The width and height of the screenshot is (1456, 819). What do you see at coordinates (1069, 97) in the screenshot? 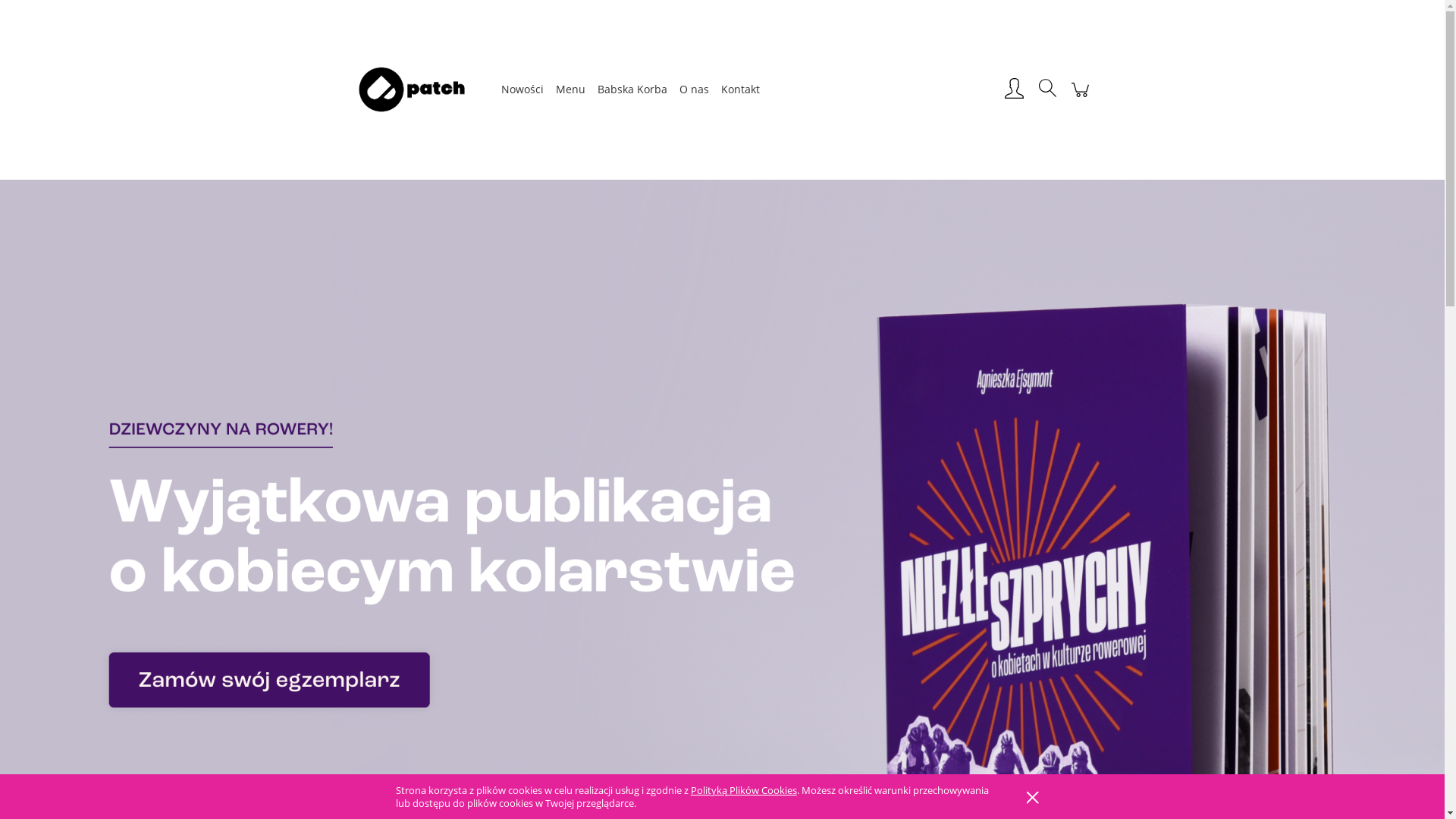
I see `'Koszyk'` at bounding box center [1069, 97].